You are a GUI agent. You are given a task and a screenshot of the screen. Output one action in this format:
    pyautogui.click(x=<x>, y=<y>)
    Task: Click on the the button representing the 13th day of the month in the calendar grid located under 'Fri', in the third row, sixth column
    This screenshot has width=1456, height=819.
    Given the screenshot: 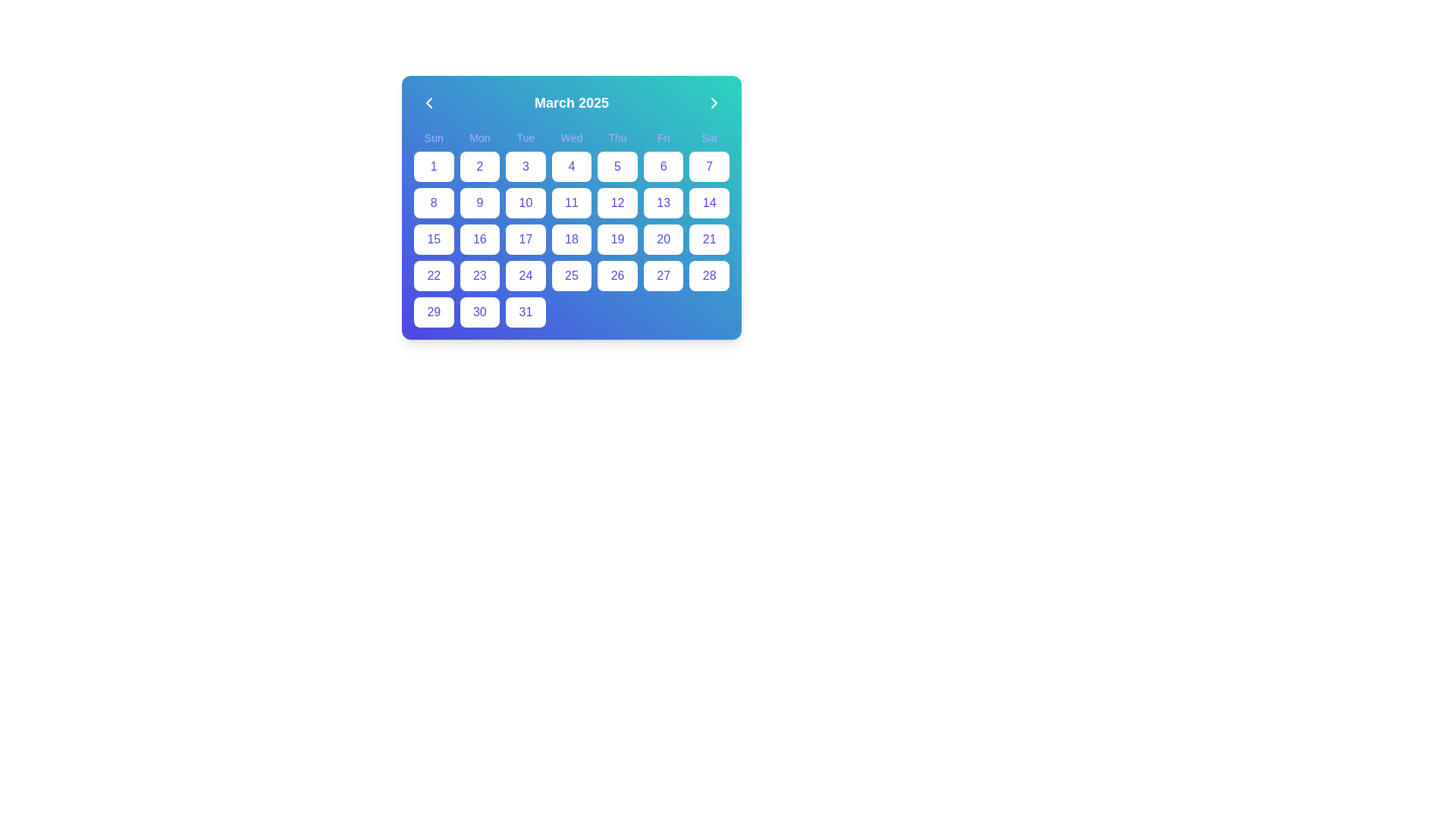 What is the action you would take?
    pyautogui.click(x=663, y=202)
    